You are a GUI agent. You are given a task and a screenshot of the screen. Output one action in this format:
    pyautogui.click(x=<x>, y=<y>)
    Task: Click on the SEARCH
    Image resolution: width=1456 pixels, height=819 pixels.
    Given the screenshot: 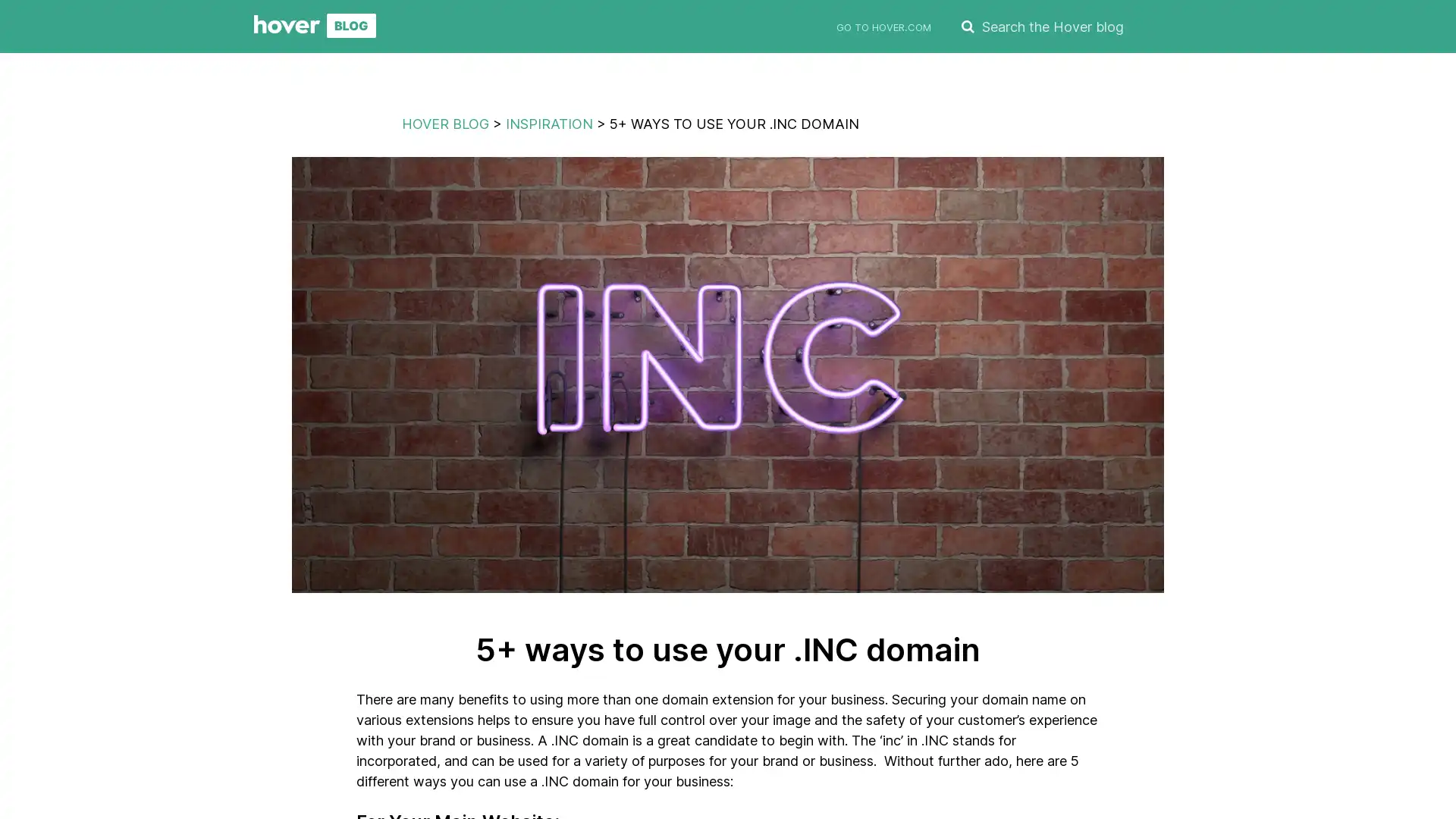 What is the action you would take?
    pyautogui.click(x=967, y=26)
    